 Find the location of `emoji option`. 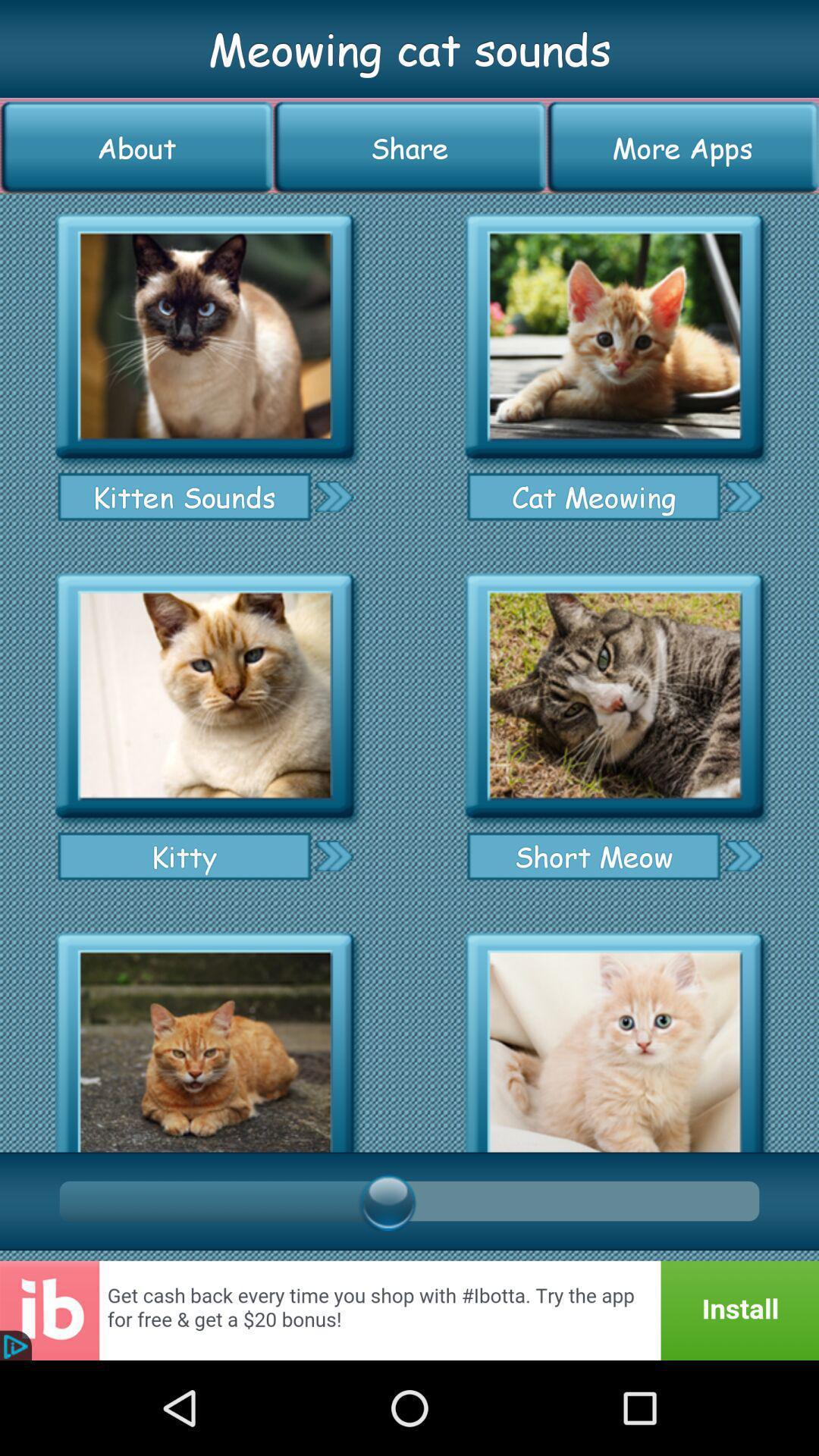

emoji option is located at coordinates (614, 695).